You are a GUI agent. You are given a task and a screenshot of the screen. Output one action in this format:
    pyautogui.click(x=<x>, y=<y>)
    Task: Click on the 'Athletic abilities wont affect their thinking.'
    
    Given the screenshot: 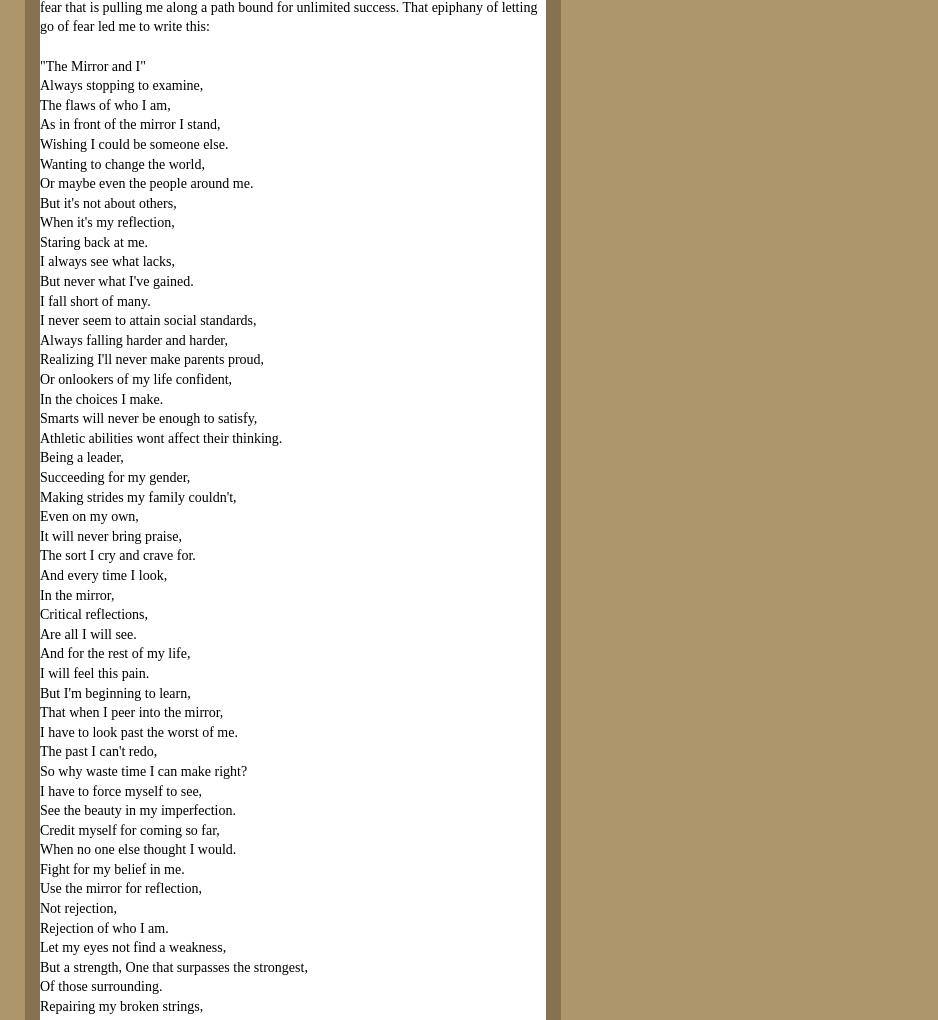 What is the action you would take?
    pyautogui.click(x=160, y=436)
    